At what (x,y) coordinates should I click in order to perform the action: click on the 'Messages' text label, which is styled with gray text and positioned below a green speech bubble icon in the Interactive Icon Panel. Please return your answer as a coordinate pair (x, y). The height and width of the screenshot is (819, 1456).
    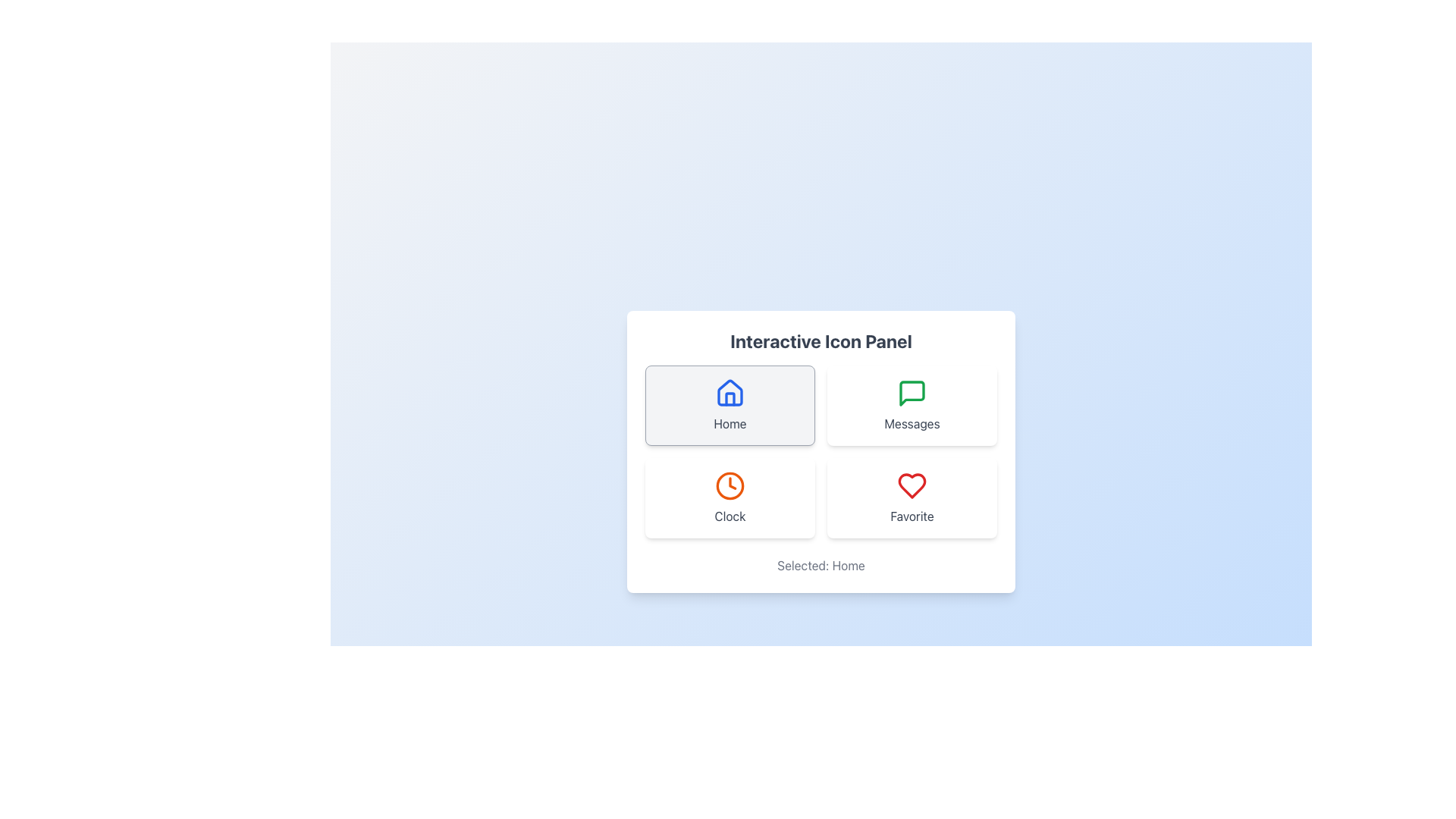
    Looking at the image, I should click on (912, 424).